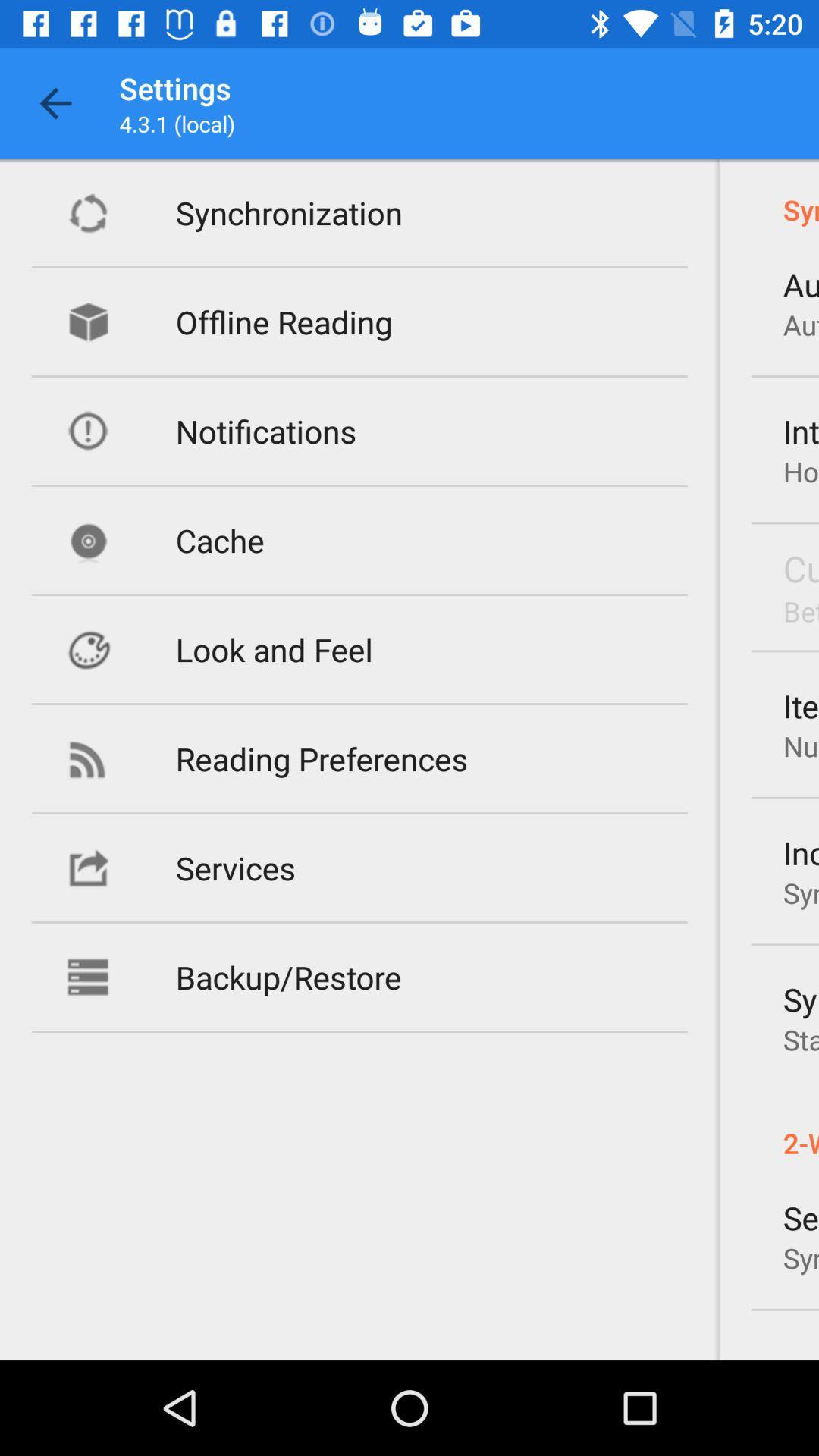 This screenshot has height=1456, width=819. I want to click on item above custom interval item, so click(800, 470).